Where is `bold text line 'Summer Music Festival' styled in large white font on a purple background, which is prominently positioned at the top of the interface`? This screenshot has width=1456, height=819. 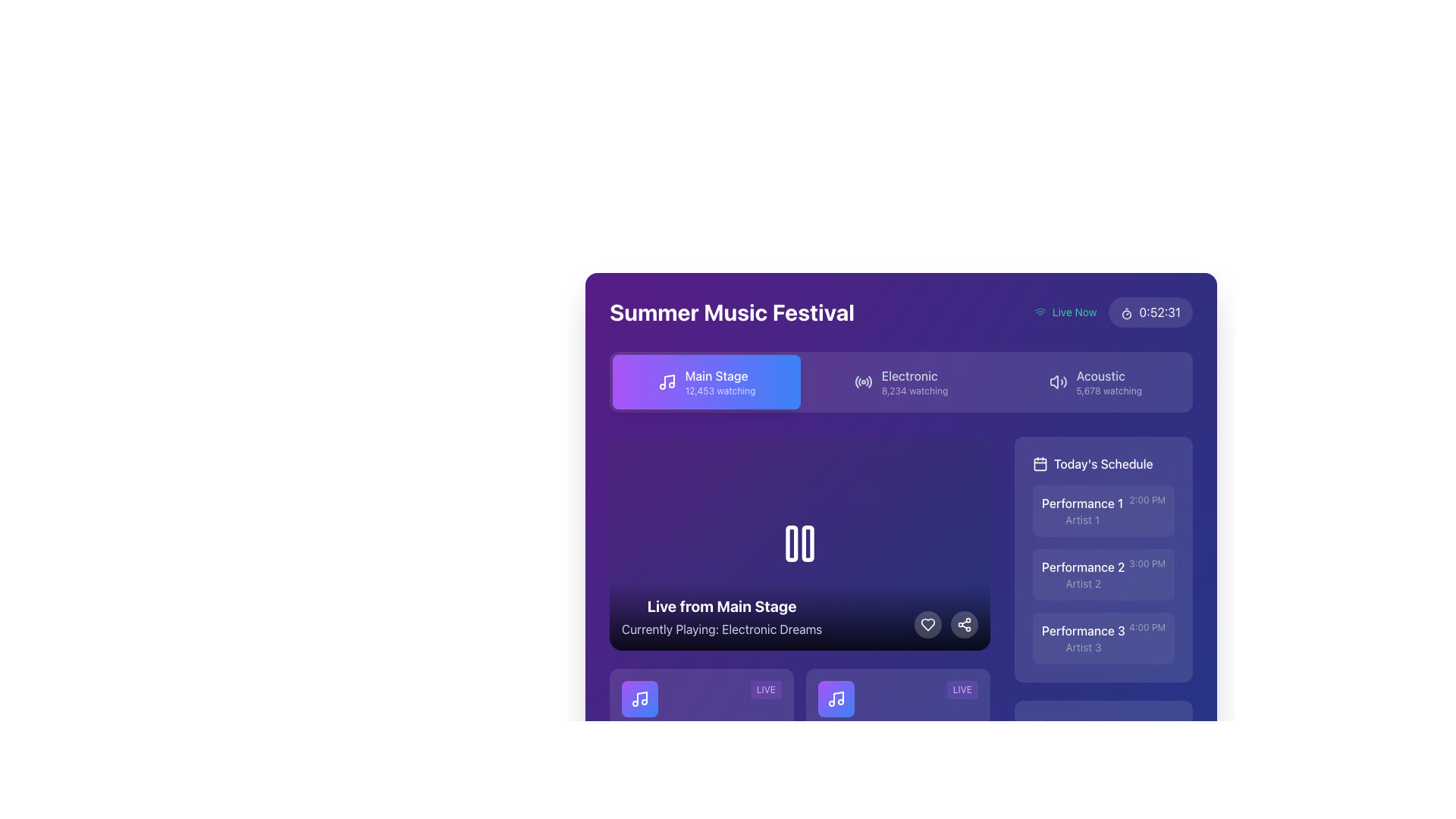 bold text line 'Summer Music Festival' styled in large white font on a purple background, which is prominently positioned at the top of the interface is located at coordinates (732, 312).